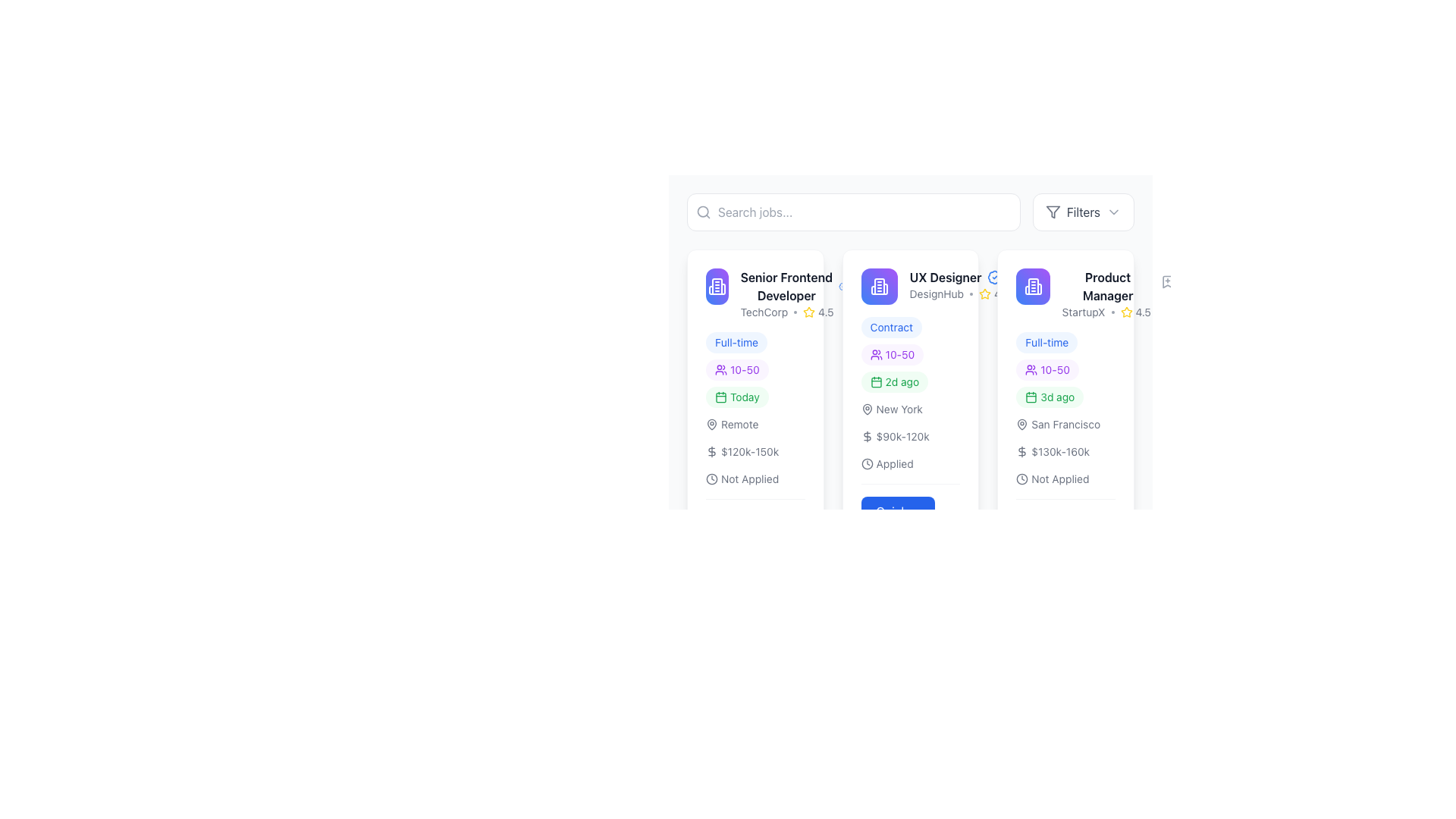  What do you see at coordinates (755, 451) in the screenshot?
I see `the informative text block with associated icons that displays 'Remote', '$120k-150k', and 'Not Applied' within the leftmost job card for the 'Senior Frontend Developer' position` at bounding box center [755, 451].